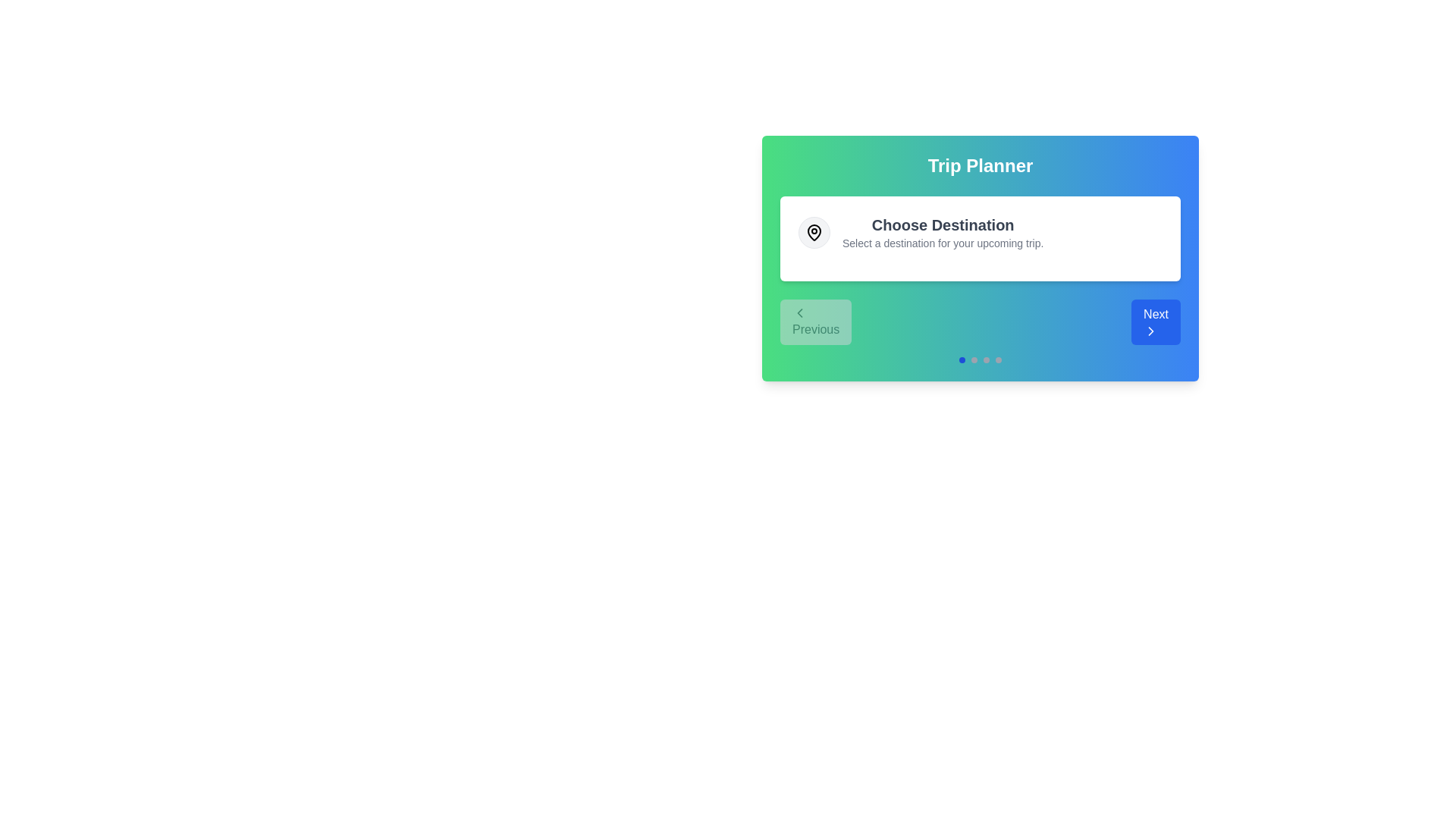 Image resolution: width=1456 pixels, height=819 pixels. What do you see at coordinates (1151, 330) in the screenshot?
I see `the chevron icon inside the blue 'Next' button located at the bottom right of the interface` at bounding box center [1151, 330].